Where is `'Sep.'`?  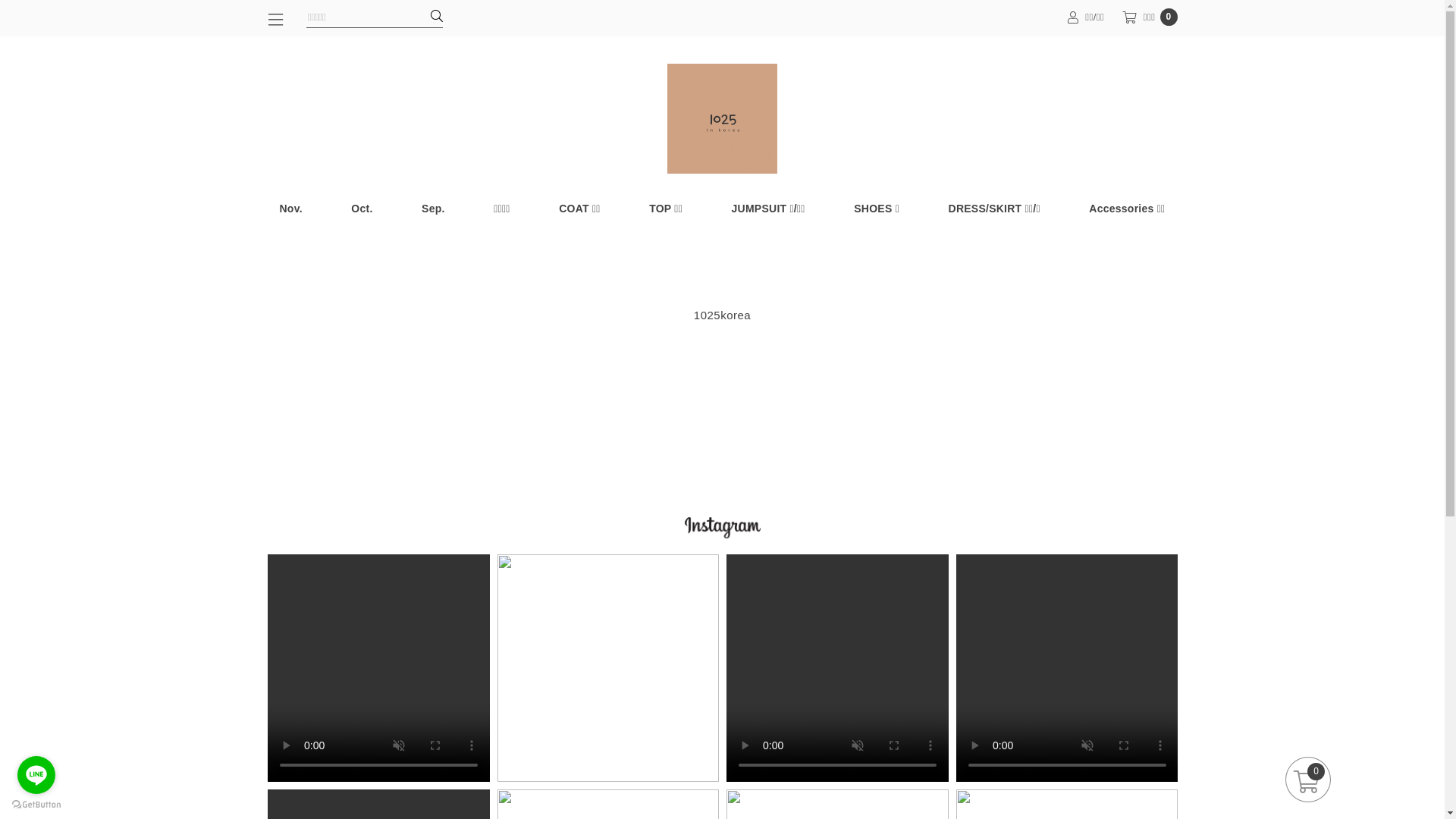
'Sep.' is located at coordinates (409, 209).